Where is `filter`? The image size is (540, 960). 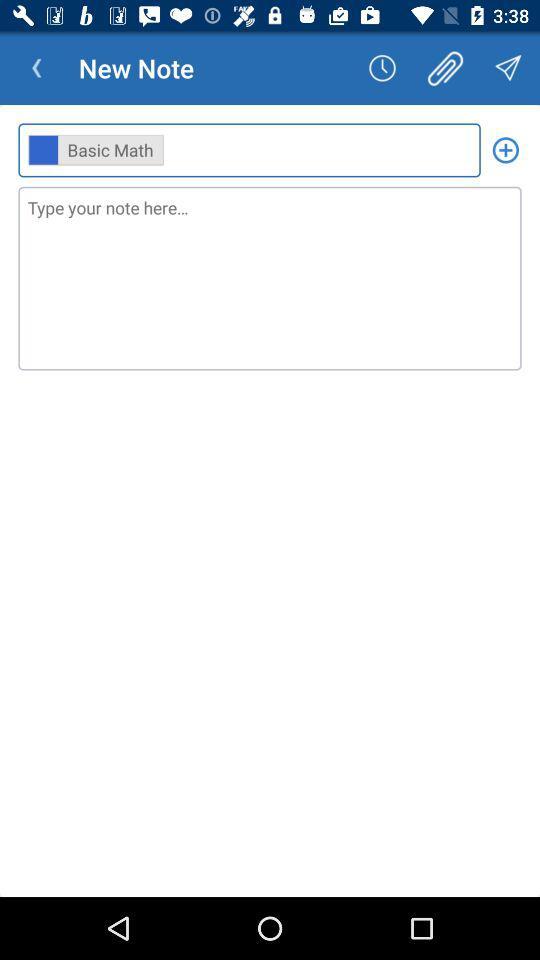
filter is located at coordinates (504, 149).